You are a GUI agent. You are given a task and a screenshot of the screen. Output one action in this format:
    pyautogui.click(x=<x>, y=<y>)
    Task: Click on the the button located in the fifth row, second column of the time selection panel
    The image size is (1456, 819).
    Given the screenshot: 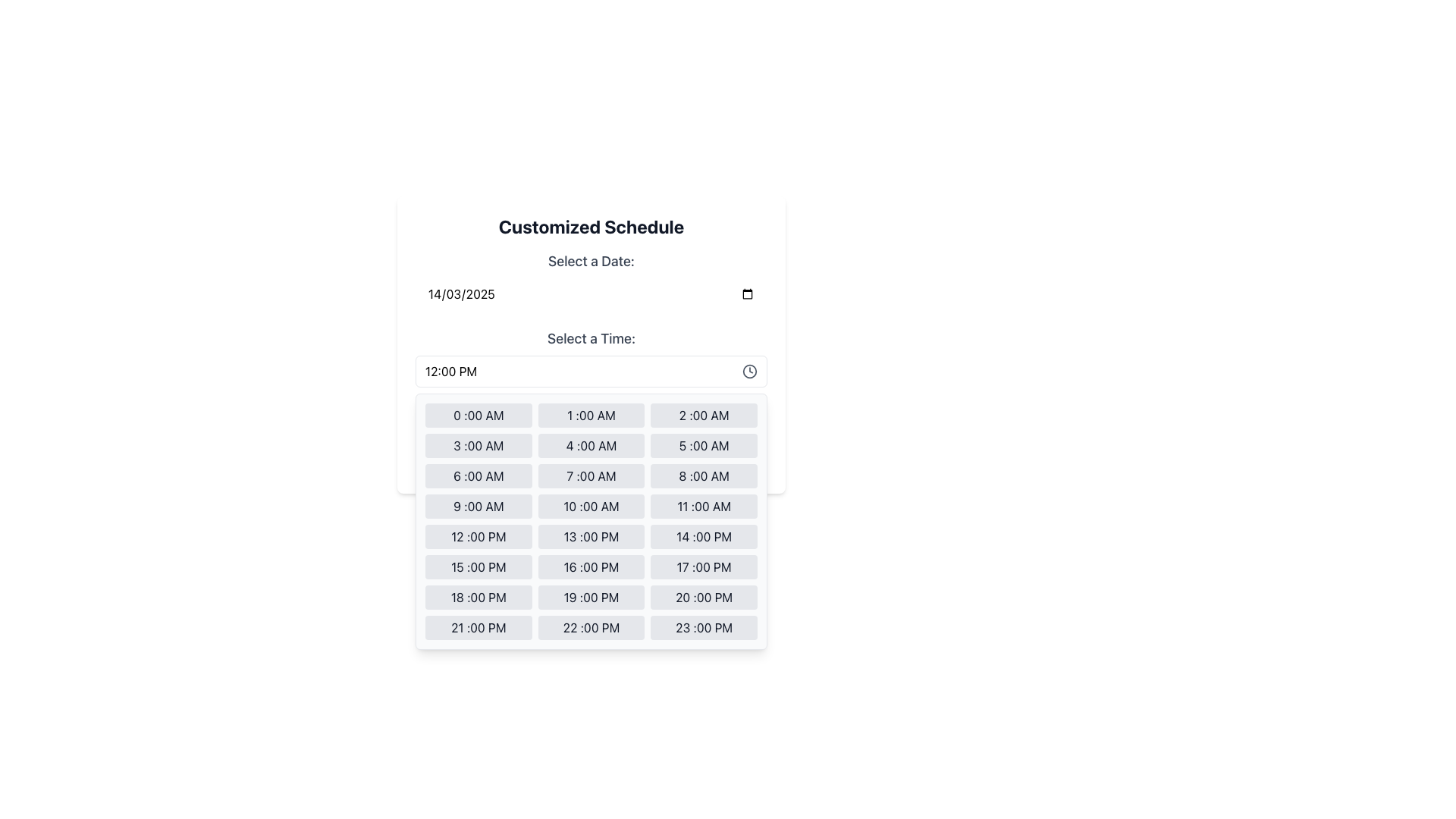 What is the action you would take?
    pyautogui.click(x=590, y=536)
    